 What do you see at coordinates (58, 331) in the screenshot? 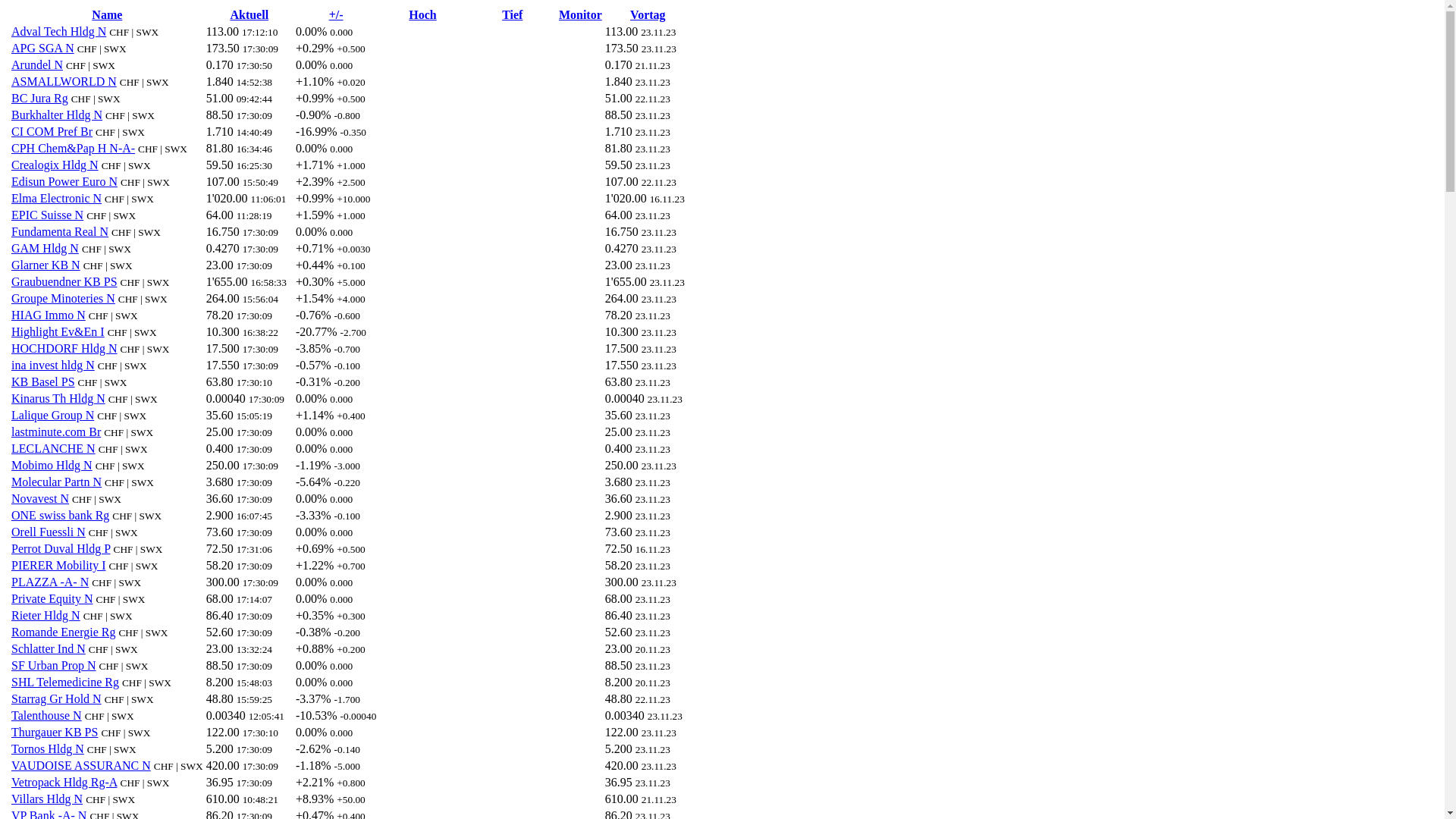
I see `'Highlight Ev&En I'` at bounding box center [58, 331].